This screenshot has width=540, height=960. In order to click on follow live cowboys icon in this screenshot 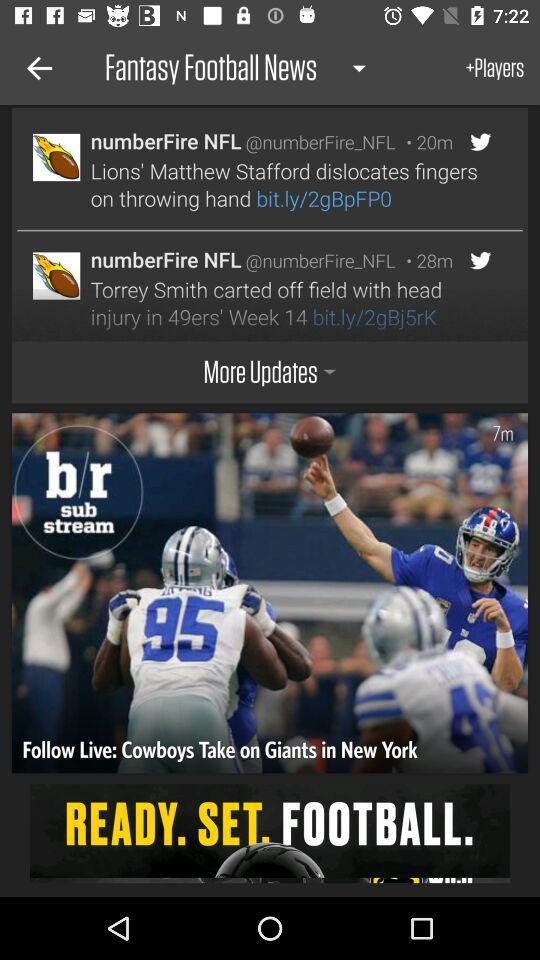, I will do `click(221, 752)`.